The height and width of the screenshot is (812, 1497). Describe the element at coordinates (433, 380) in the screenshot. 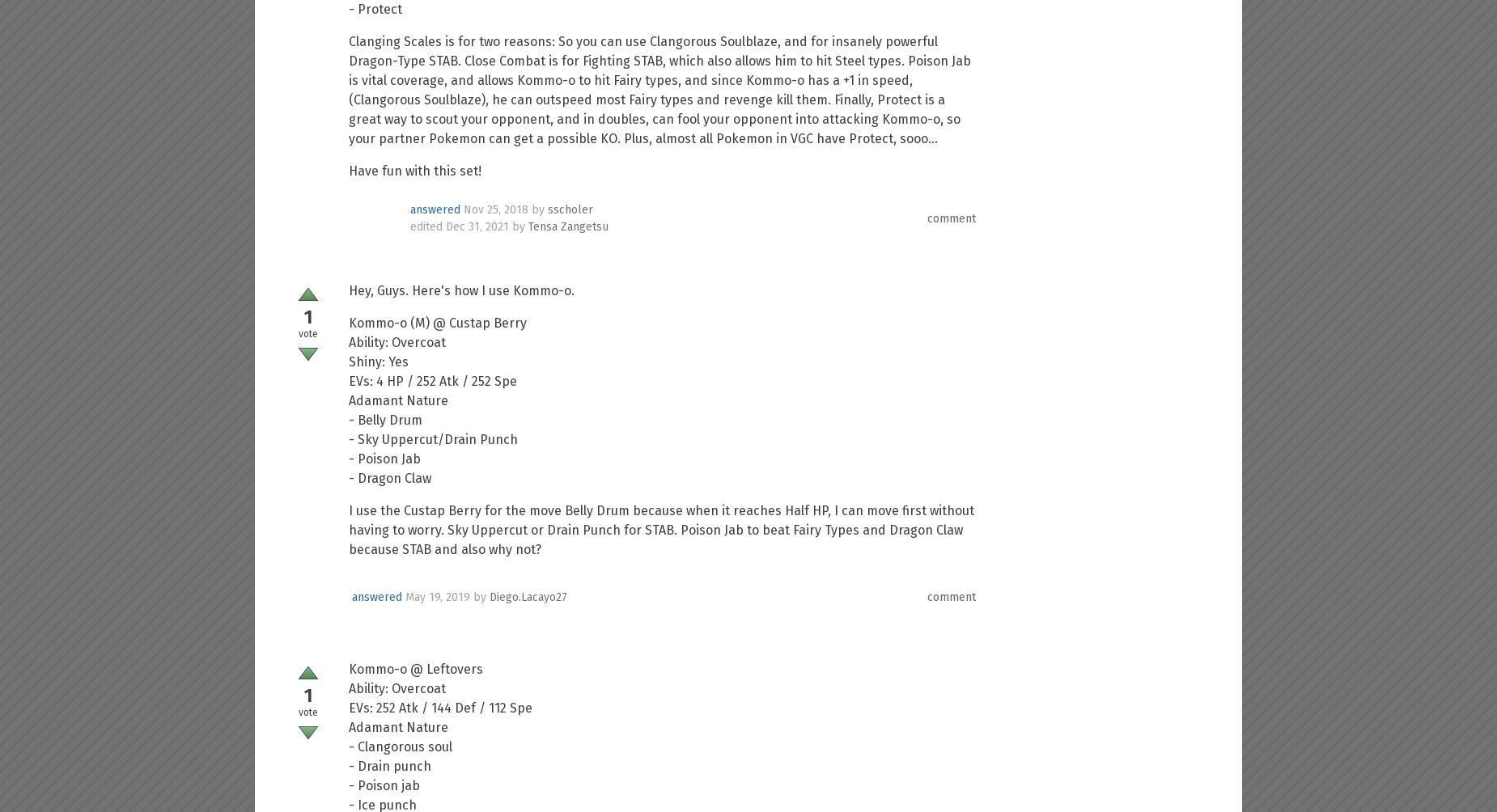

I see `'EVs: 4 HP / 252 Atk / 252 Spe'` at that location.